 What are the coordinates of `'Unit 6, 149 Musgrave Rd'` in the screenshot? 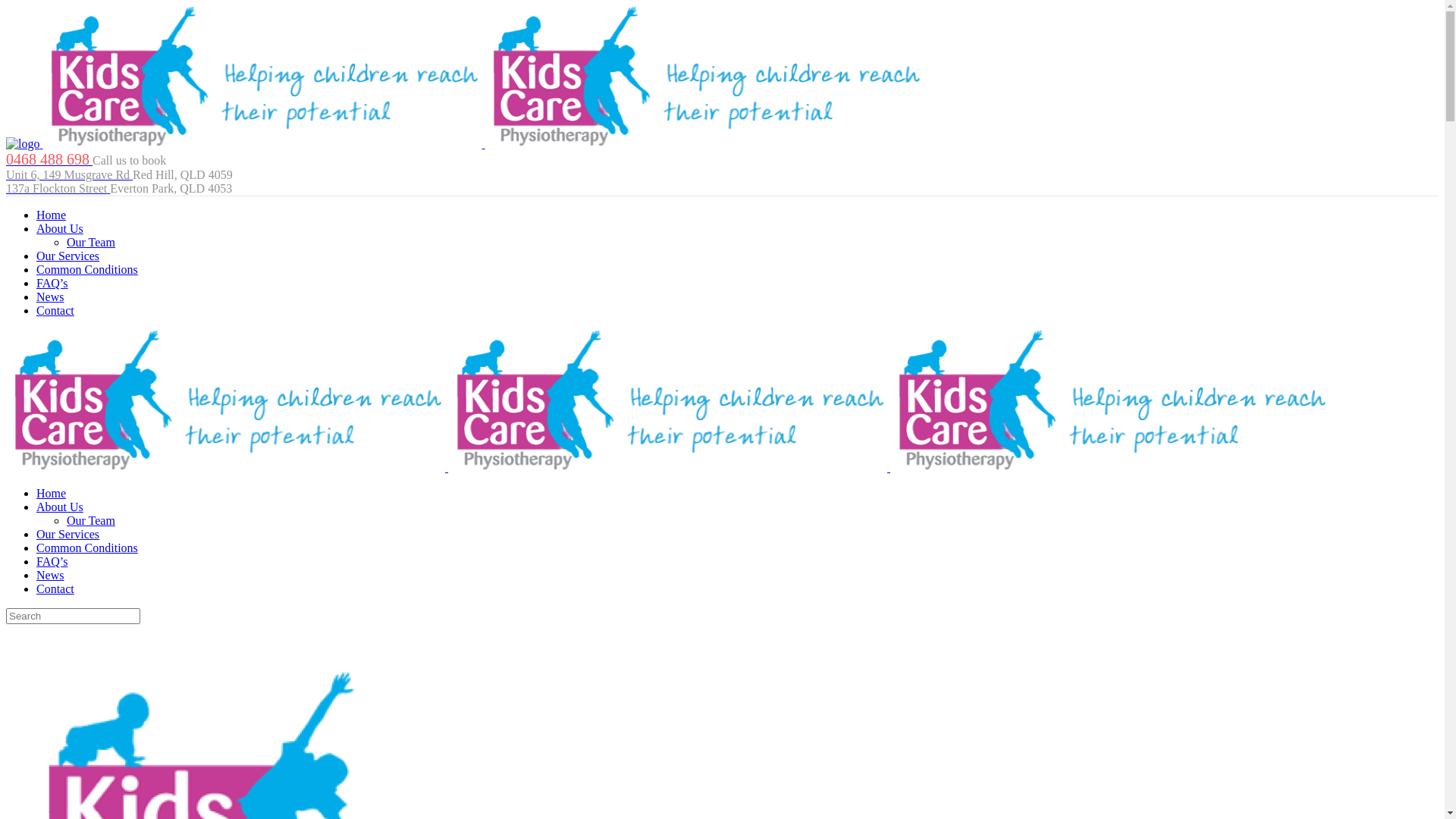 It's located at (68, 174).